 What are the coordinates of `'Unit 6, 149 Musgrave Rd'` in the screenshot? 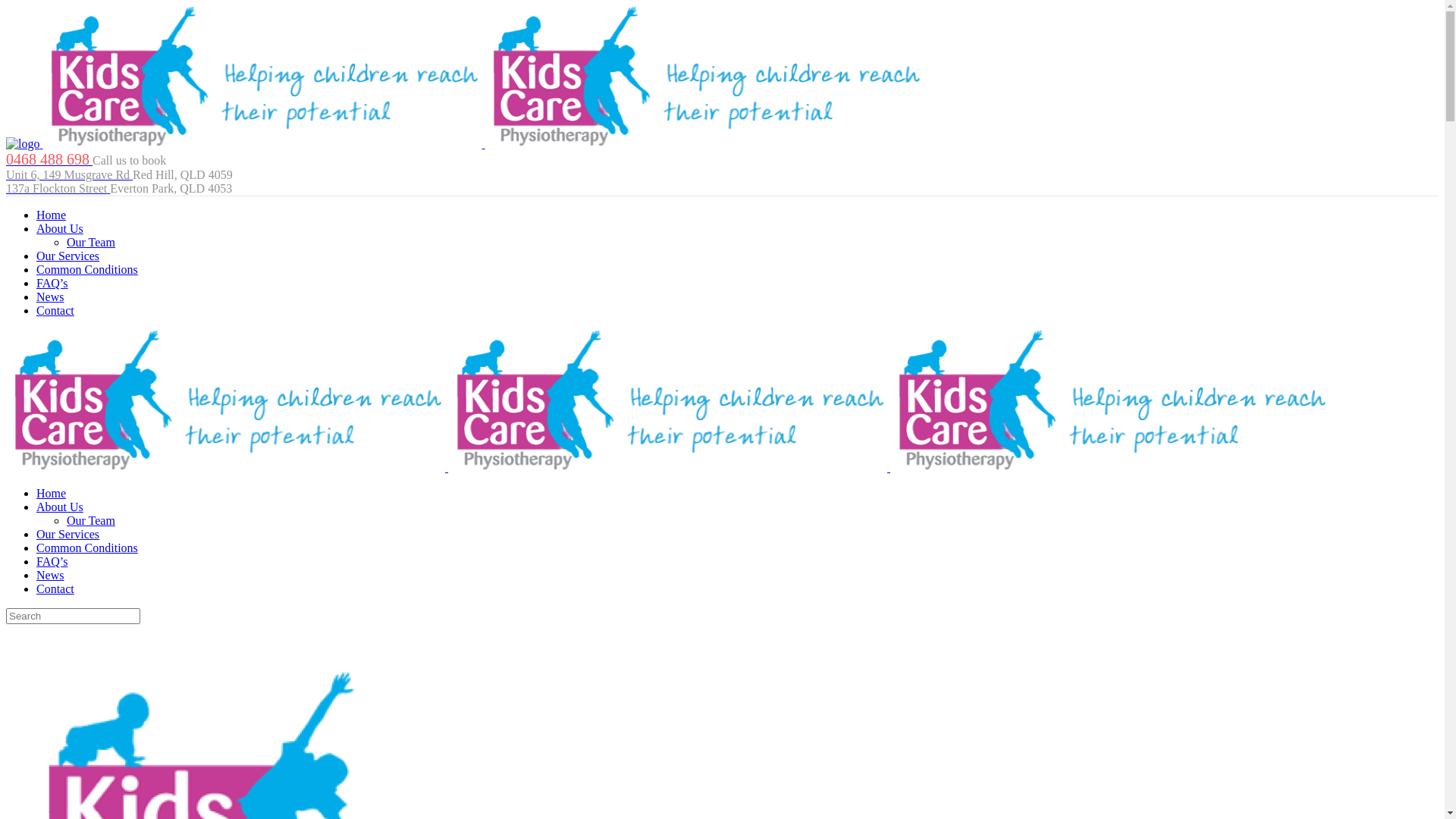 It's located at (68, 174).